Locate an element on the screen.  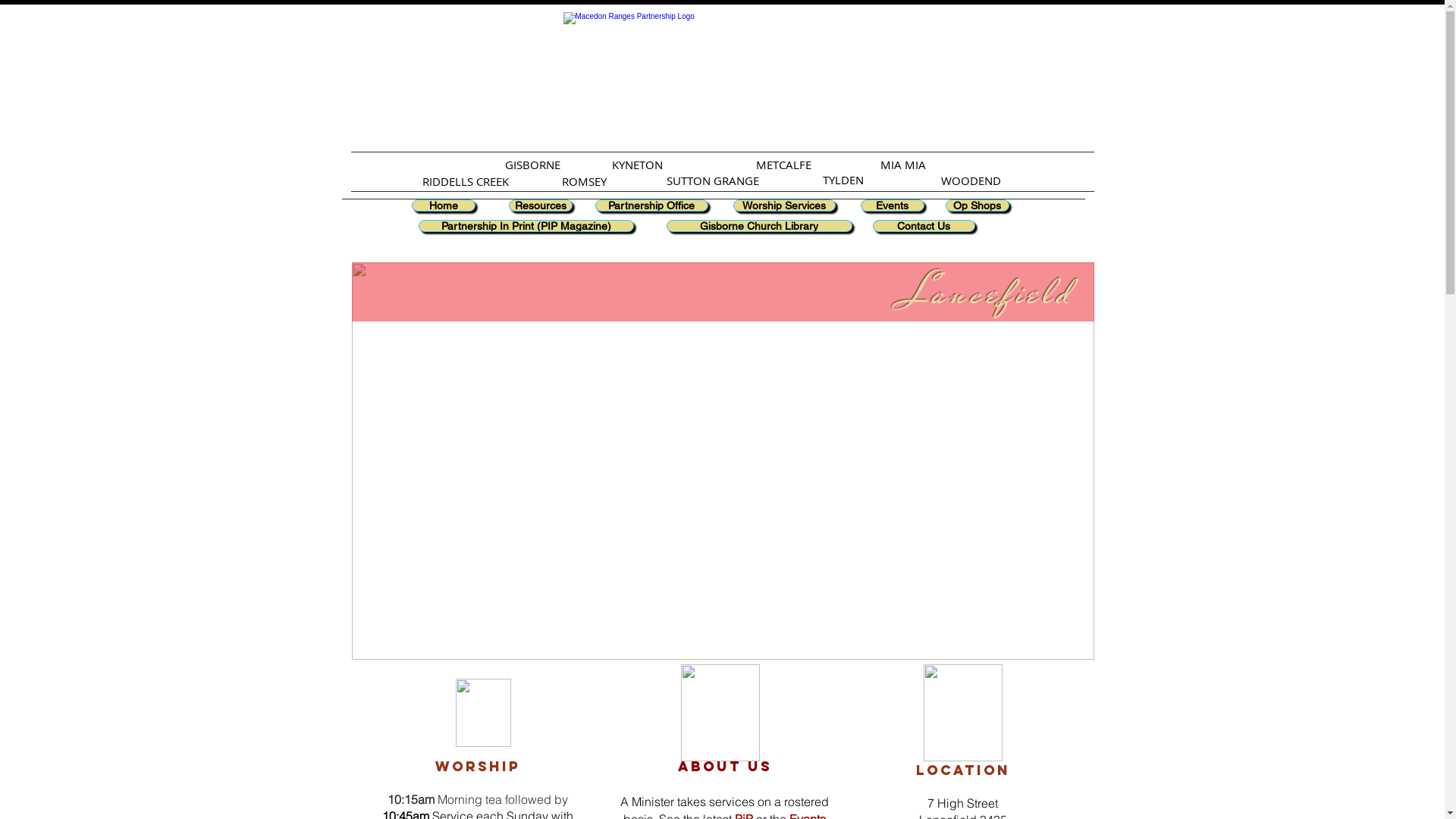
'SUTTON GRANGE' is located at coordinates (712, 180).